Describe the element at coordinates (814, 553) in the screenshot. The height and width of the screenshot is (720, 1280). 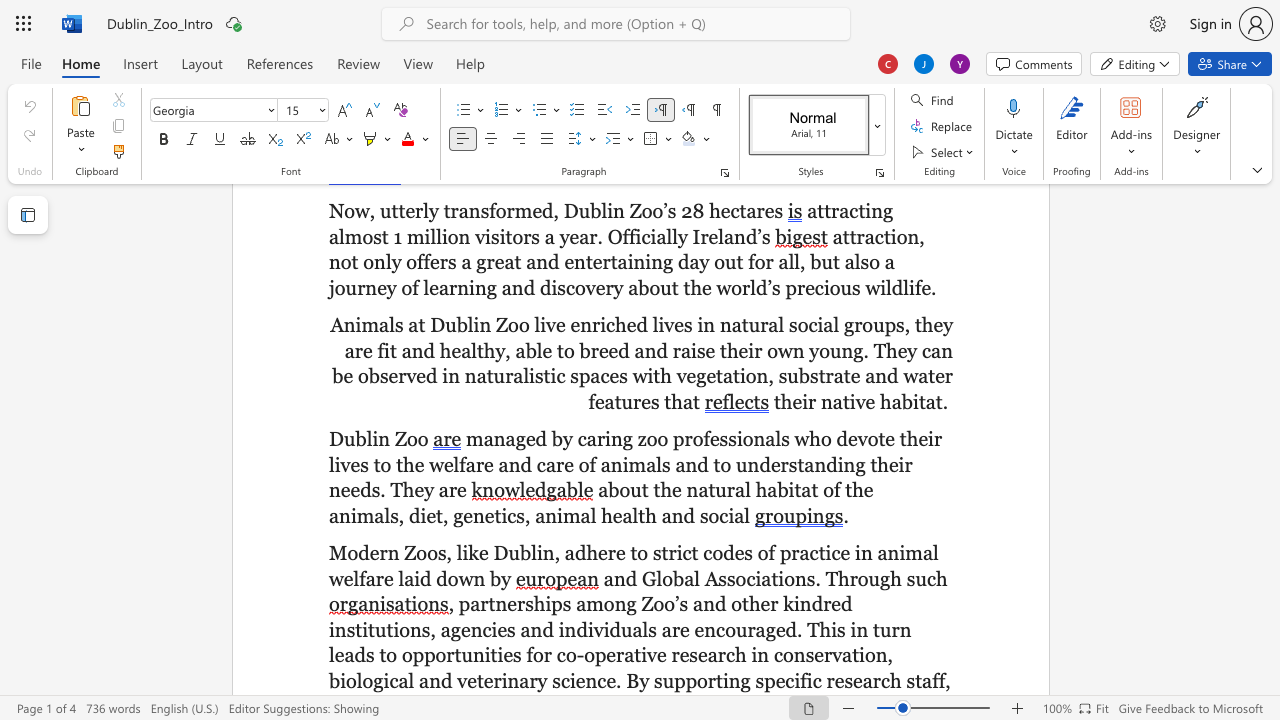
I see `the 3th character "c" in the text` at that location.